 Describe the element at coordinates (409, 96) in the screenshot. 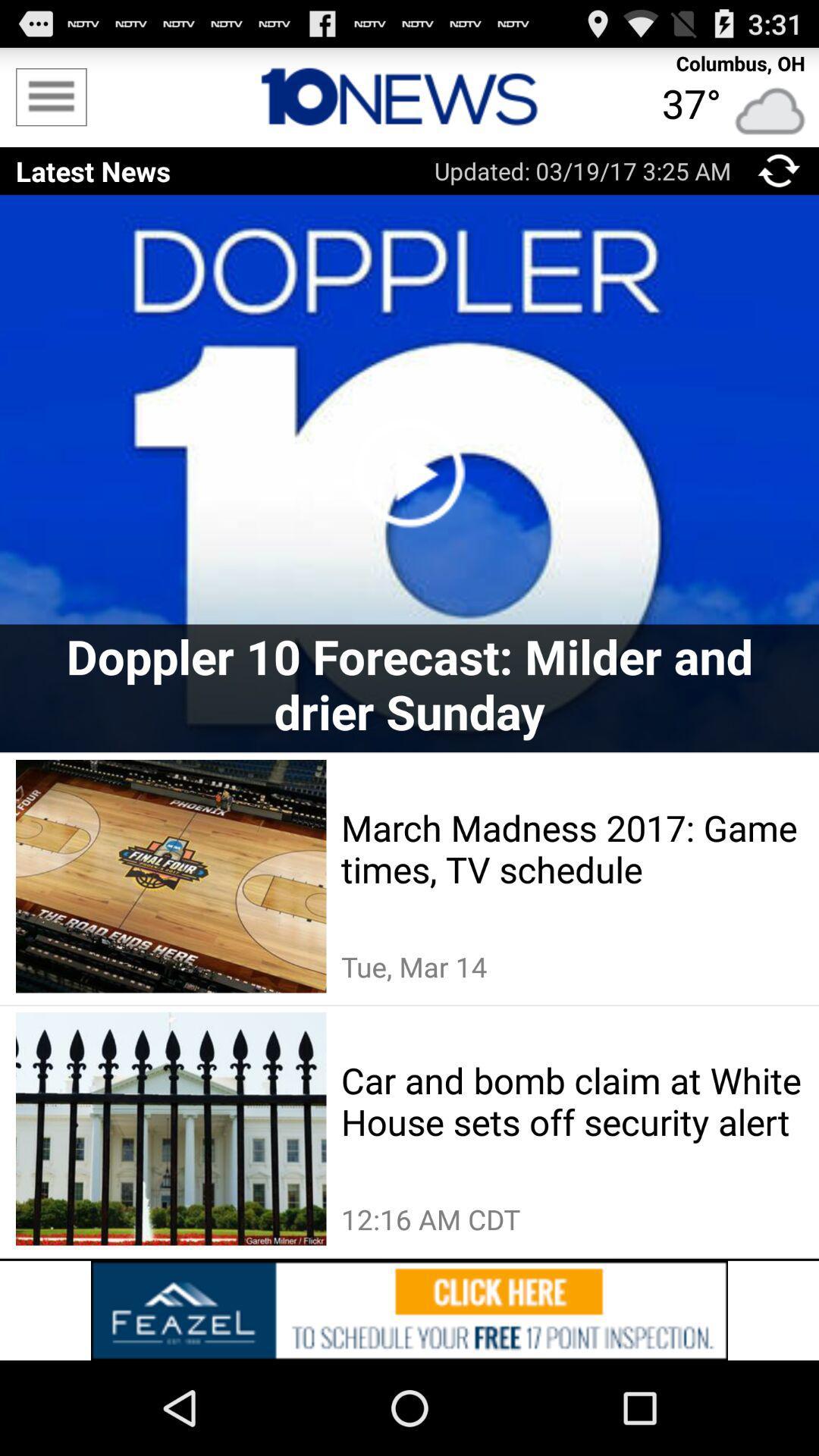

I see `website home` at that location.